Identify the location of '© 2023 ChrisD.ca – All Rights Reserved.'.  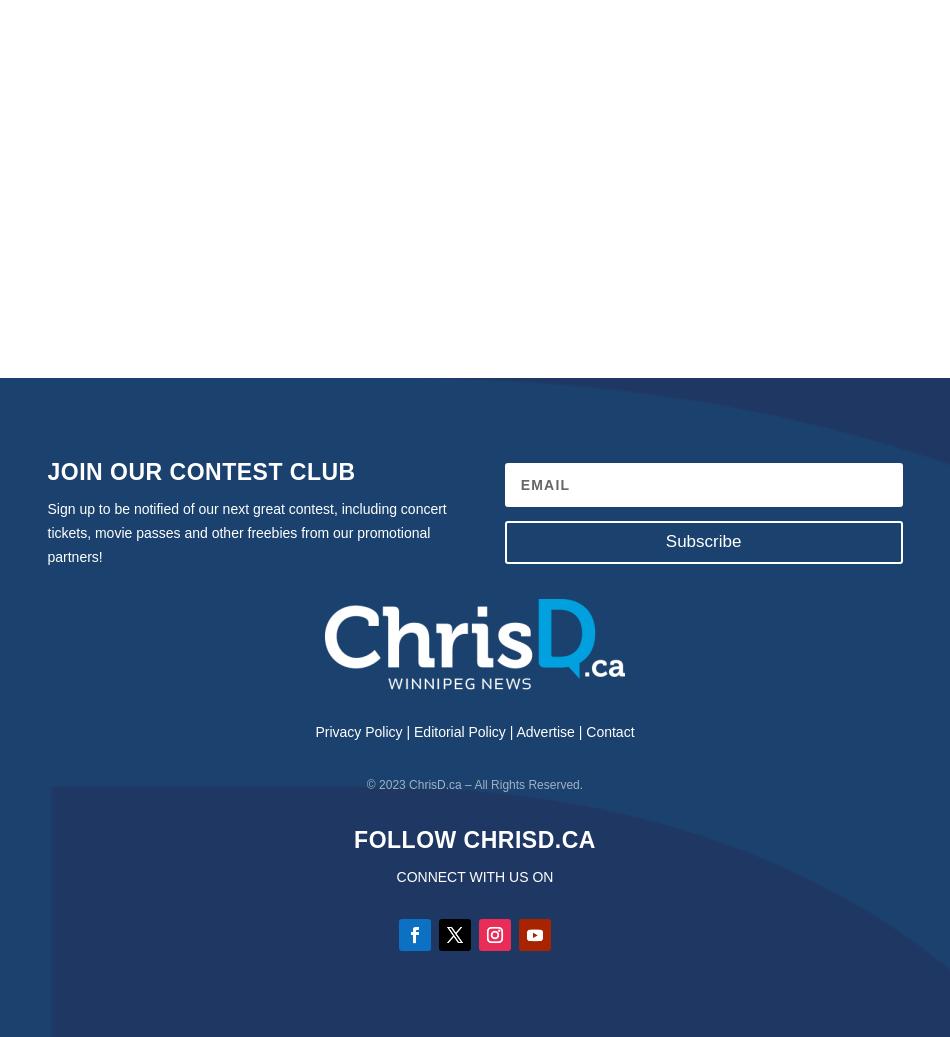
(473, 785).